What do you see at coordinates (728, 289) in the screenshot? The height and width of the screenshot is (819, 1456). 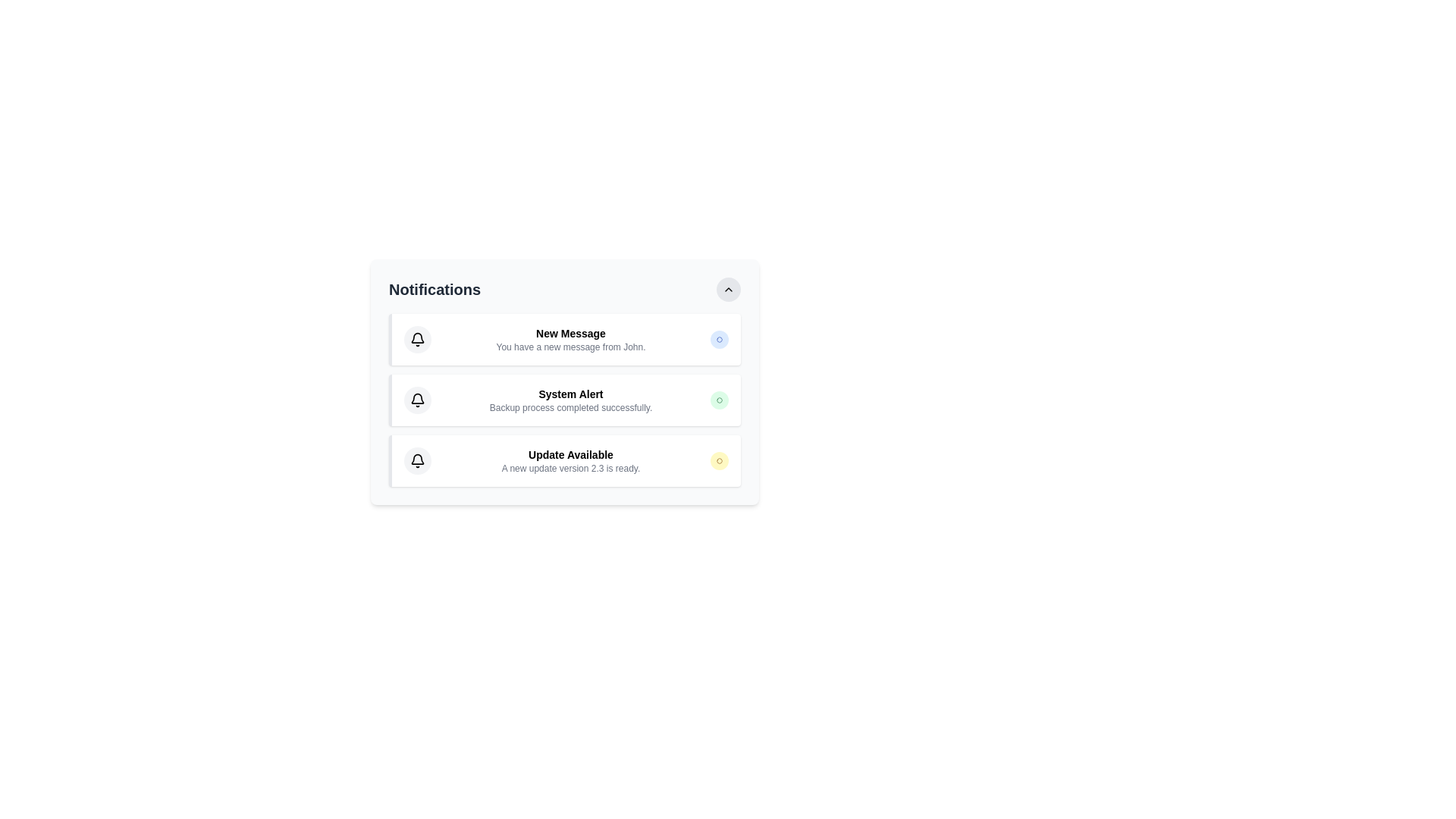 I see `the small, upward-facing chevron icon with a rounded border and gray background, located in the top right area of the interface adjacent to the 'Notifications' header` at bounding box center [728, 289].